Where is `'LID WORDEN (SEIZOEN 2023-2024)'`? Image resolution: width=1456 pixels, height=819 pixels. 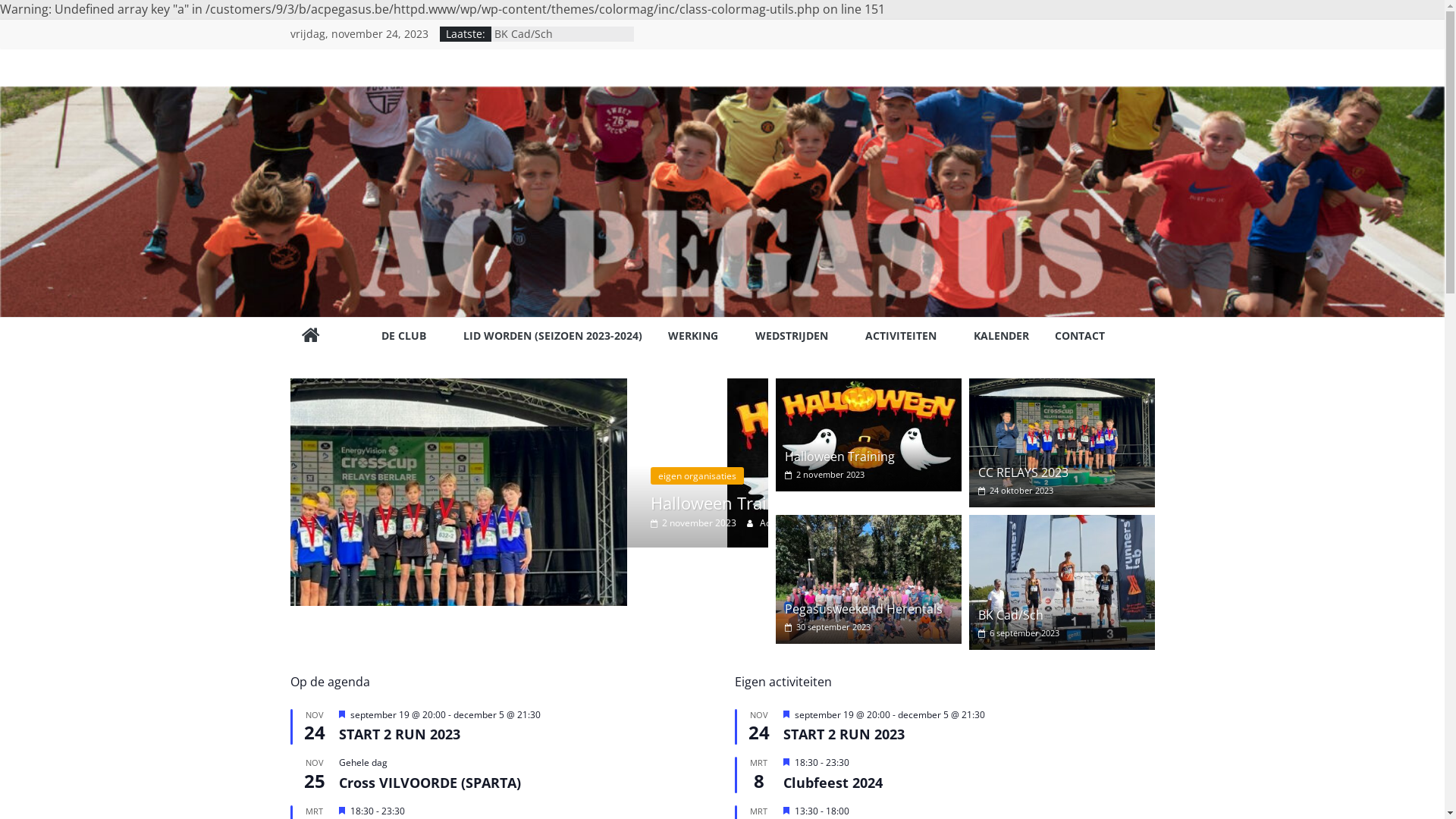
'LID WORDEN (SEIZOEN 2023-2024)' is located at coordinates (551, 335).